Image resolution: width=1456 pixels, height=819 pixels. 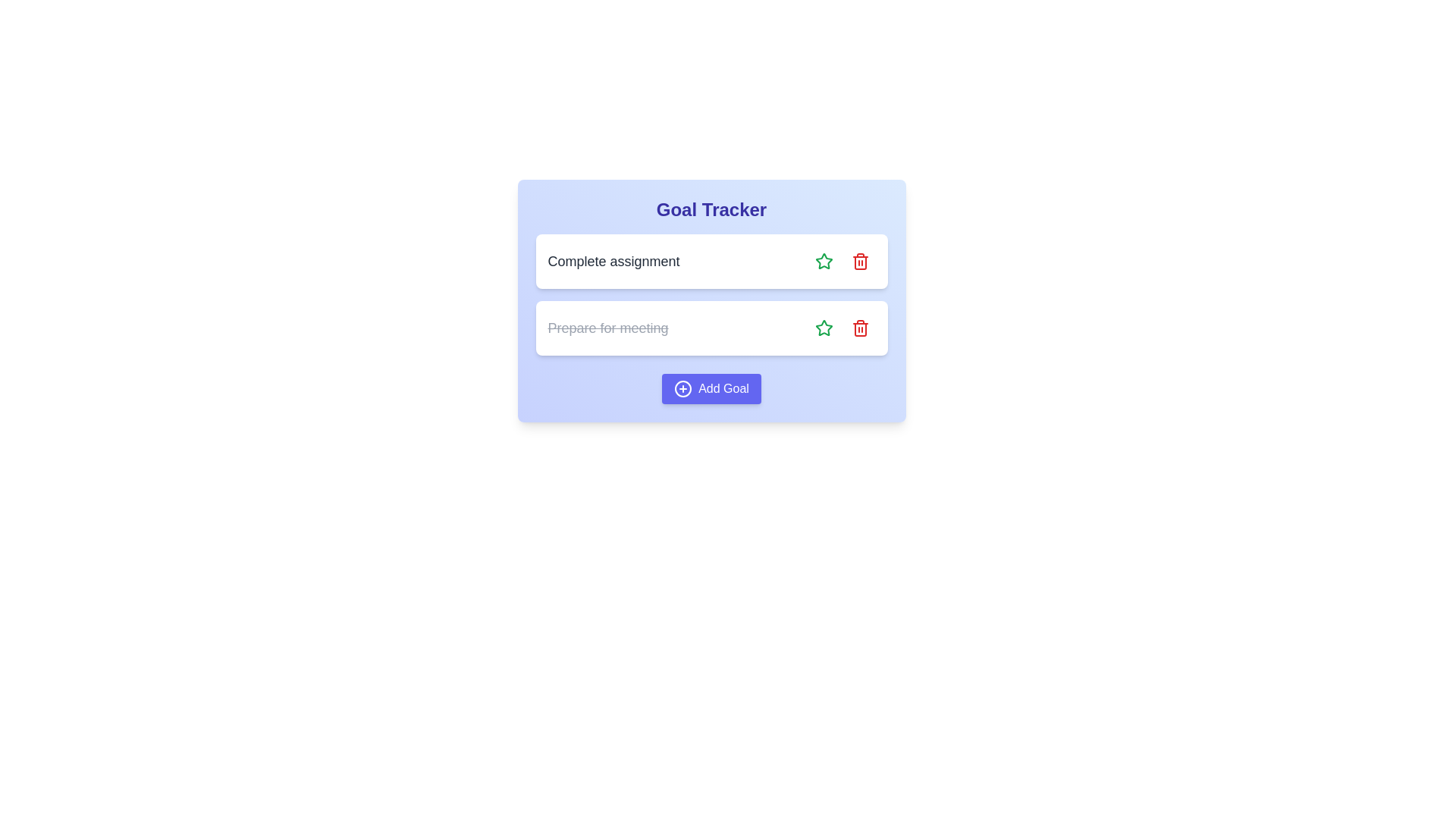 I want to click on the delete button located to the right of the green star icon within the task card for 'Complete assignment', so click(x=860, y=260).